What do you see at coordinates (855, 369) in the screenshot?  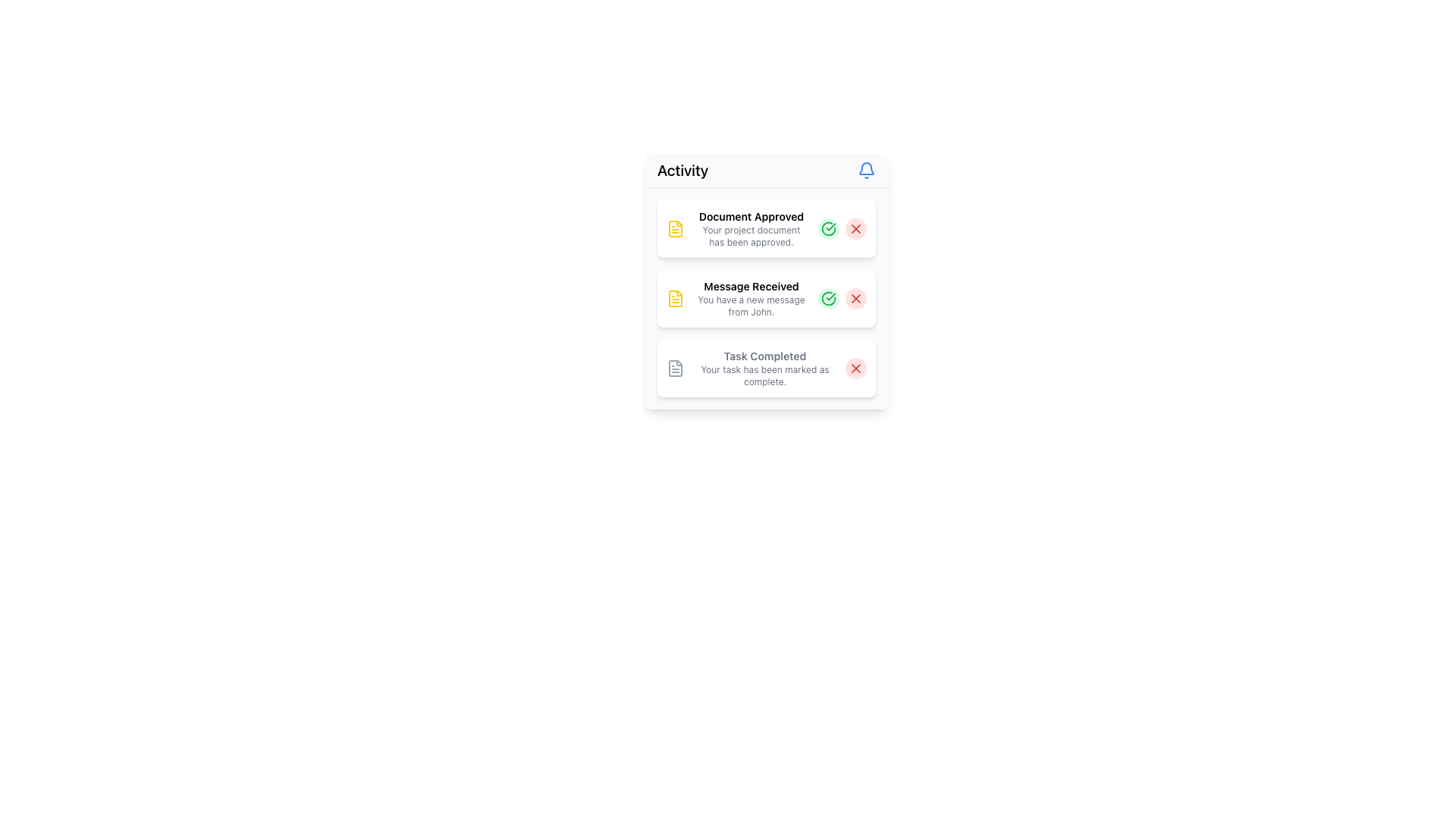 I see `the red circular button with an 'X' icon located in the bottom-right corner of the notification card that displays 'Task Completed'` at bounding box center [855, 369].